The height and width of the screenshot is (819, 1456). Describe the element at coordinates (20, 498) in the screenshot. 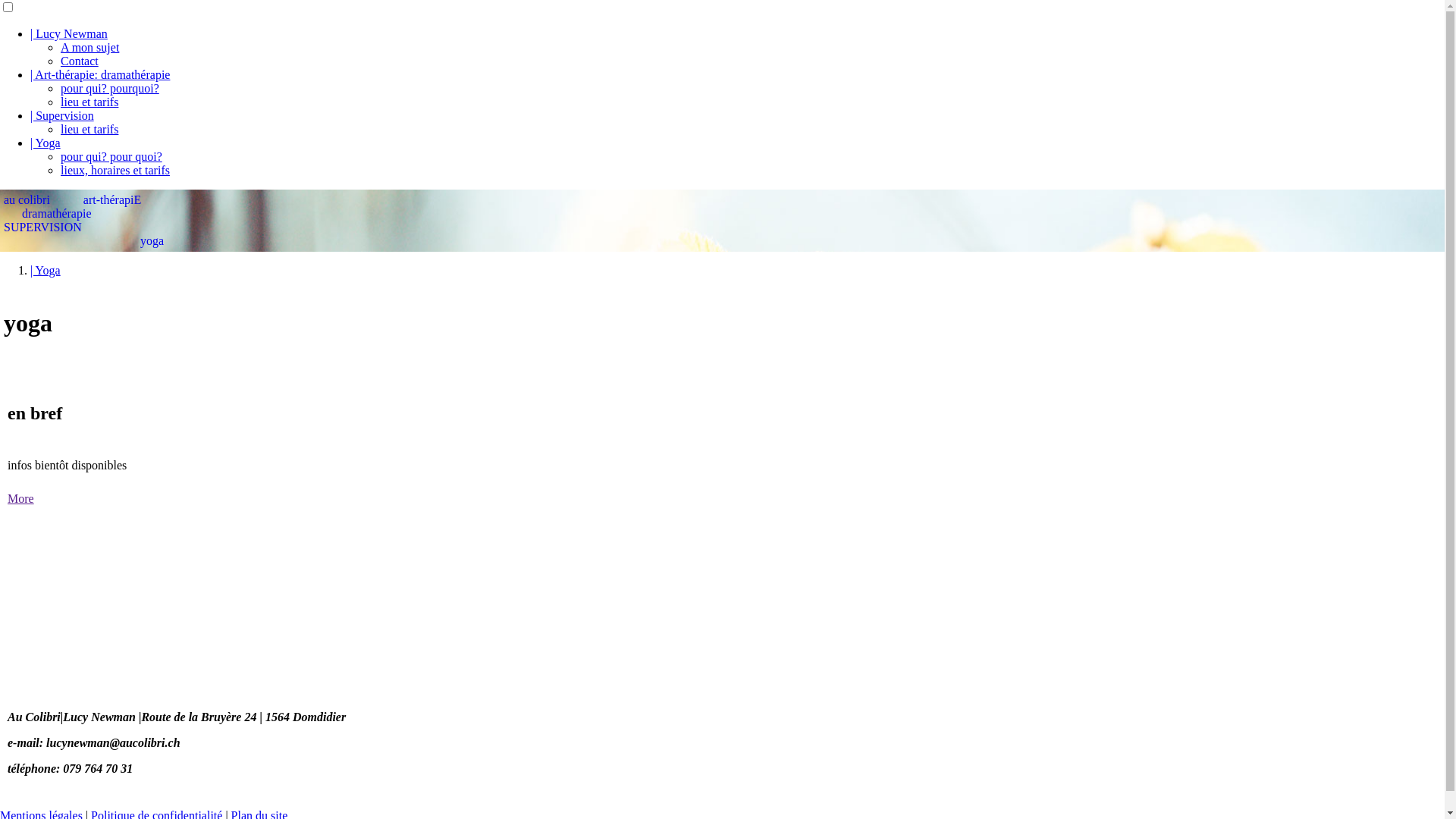

I see `'More'` at that location.